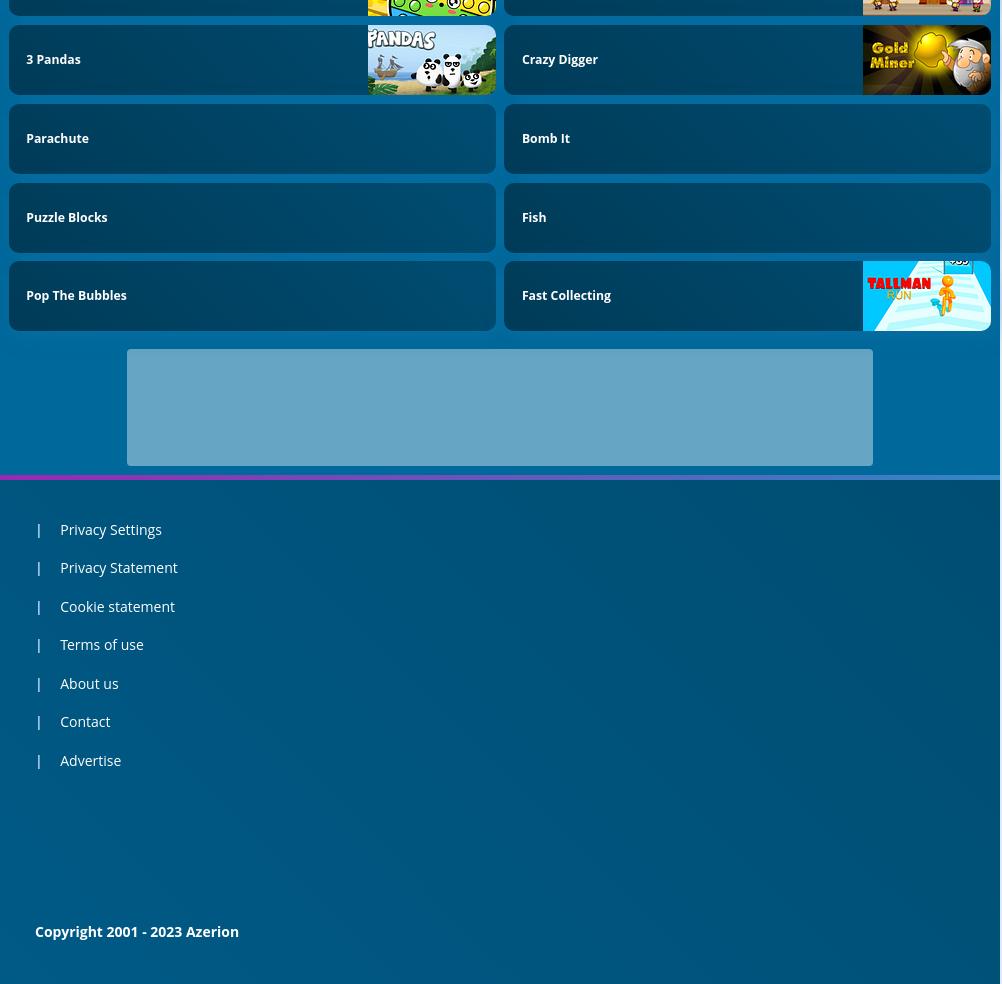 Image resolution: width=1002 pixels, height=984 pixels. I want to click on 'Fish', so click(533, 216).